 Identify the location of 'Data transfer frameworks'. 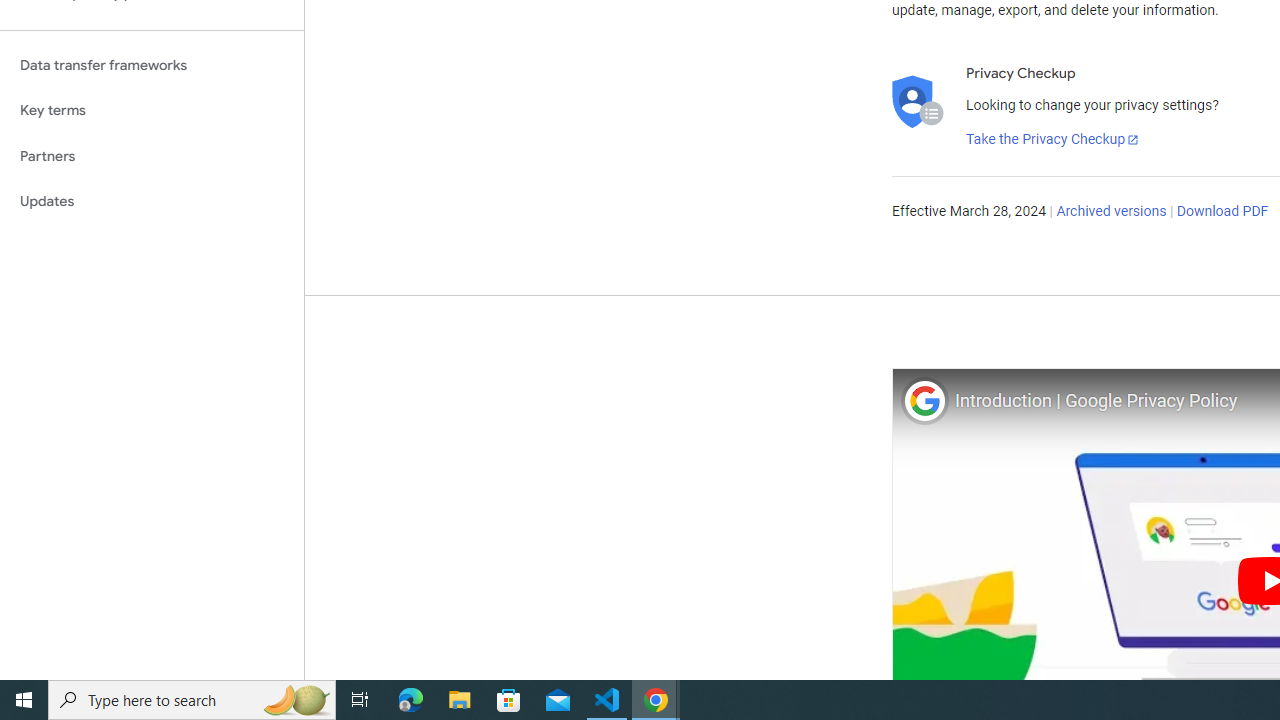
(151, 64).